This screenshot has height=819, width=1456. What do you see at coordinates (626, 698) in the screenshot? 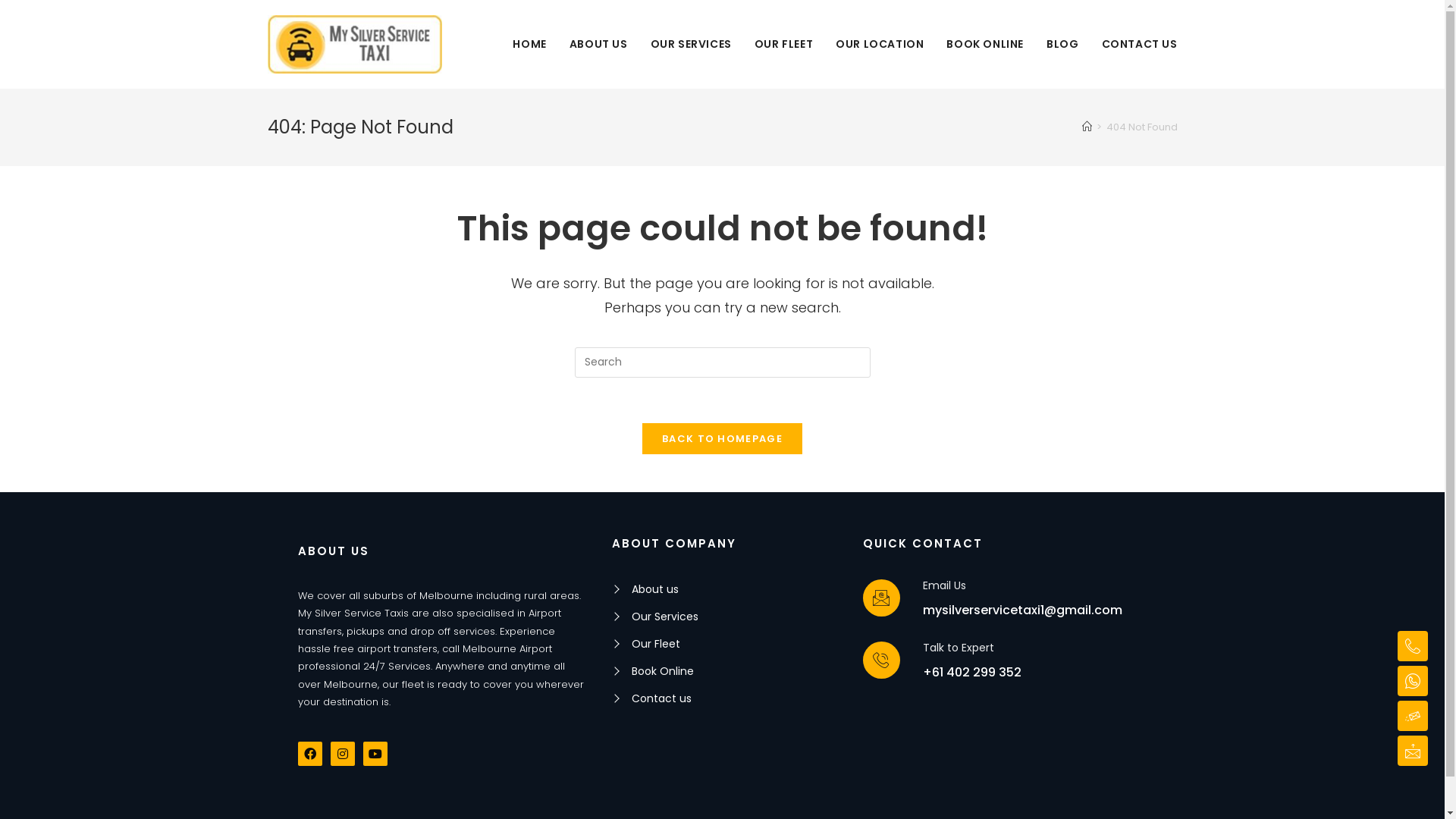
I see `'Contact us'` at bounding box center [626, 698].